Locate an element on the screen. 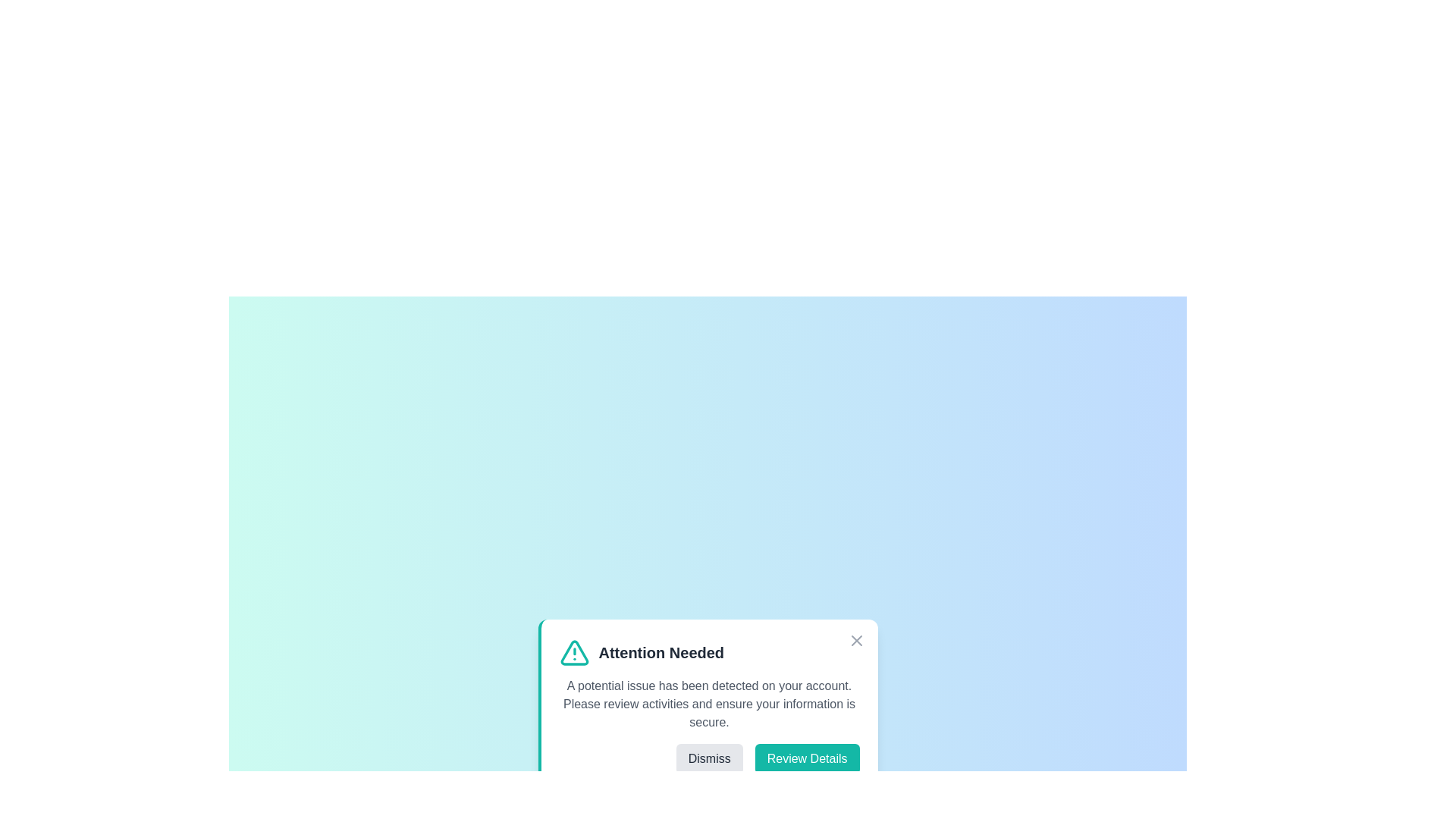 The image size is (1456, 819). close button to dismiss the alert is located at coordinates (856, 640).